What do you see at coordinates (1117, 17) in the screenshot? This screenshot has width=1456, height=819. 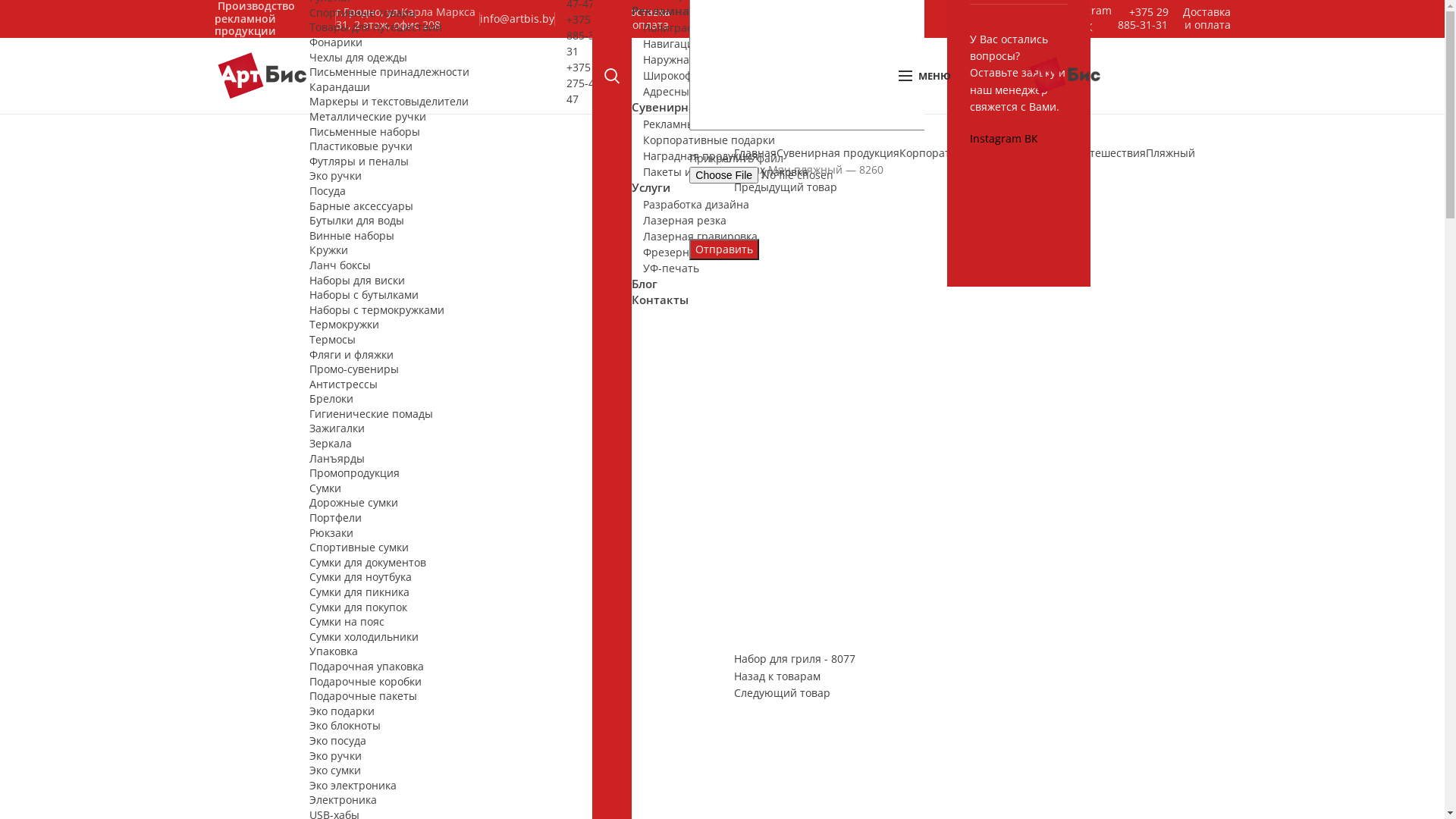 I see `'    +375 29 885-31-31'` at bounding box center [1117, 17].